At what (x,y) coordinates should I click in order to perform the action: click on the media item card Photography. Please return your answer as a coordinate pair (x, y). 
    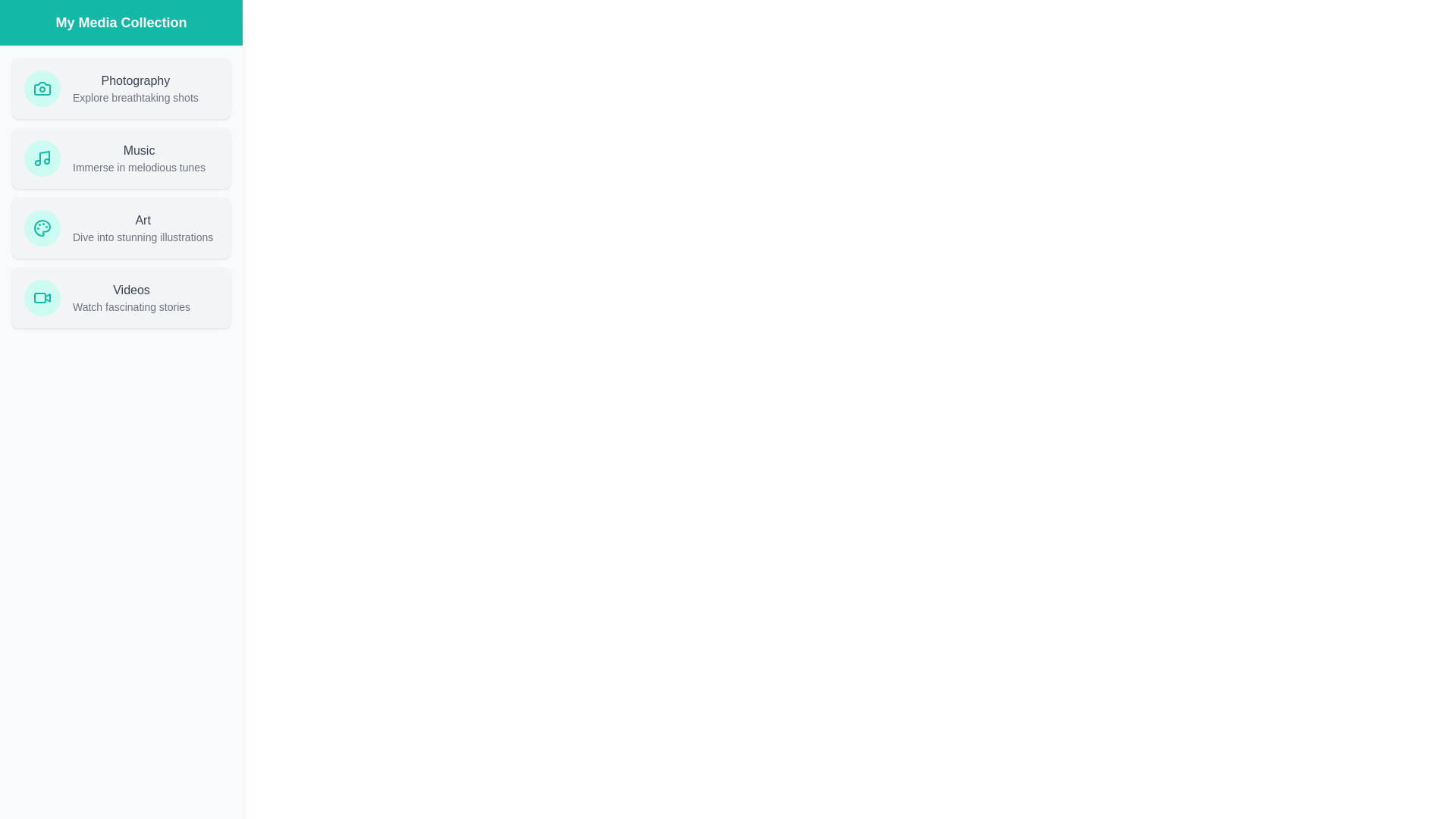
    Looking at the image, I should click on (120, 88).